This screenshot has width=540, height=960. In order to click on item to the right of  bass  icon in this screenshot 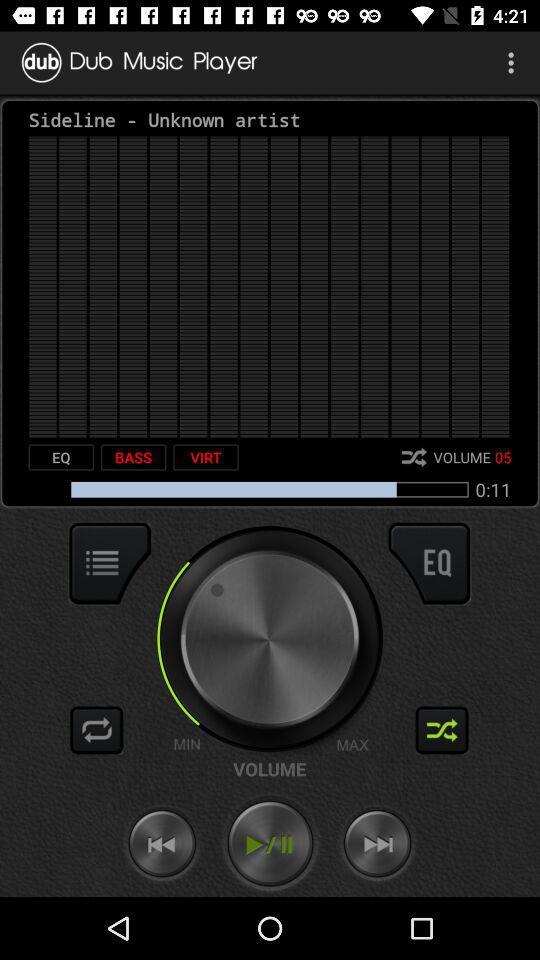, I will do `click(205, 457)`.